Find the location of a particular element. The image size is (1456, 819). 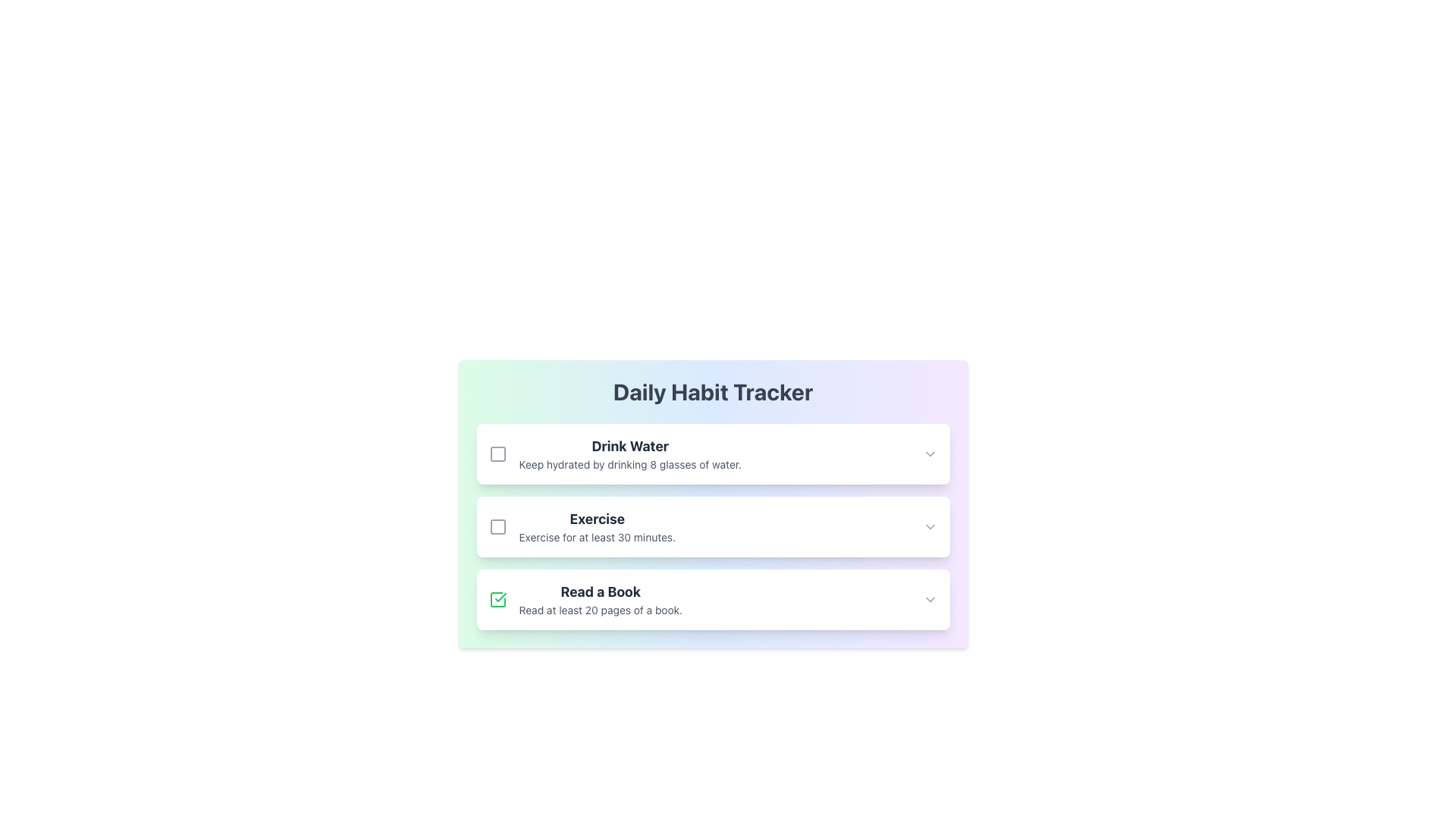

the checked square icon styled as a checkbox located on the left side of the 'Read a Book' habit tracking item to modify its state is located at coordinates (497, 598).